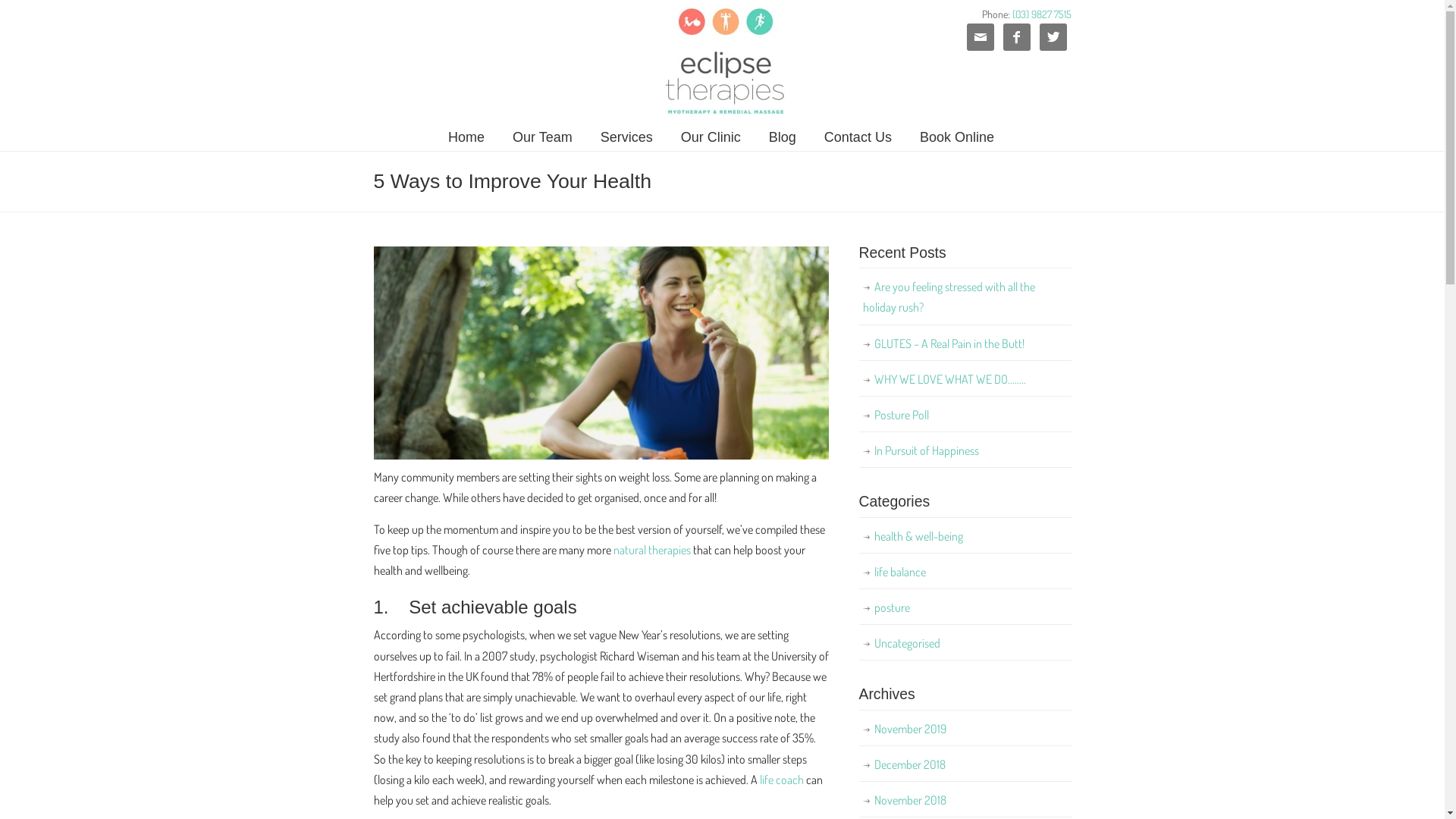 The height and width of the screenshot is (819, 1456). I want to click on 'Uncategorised', so click(964, 643).